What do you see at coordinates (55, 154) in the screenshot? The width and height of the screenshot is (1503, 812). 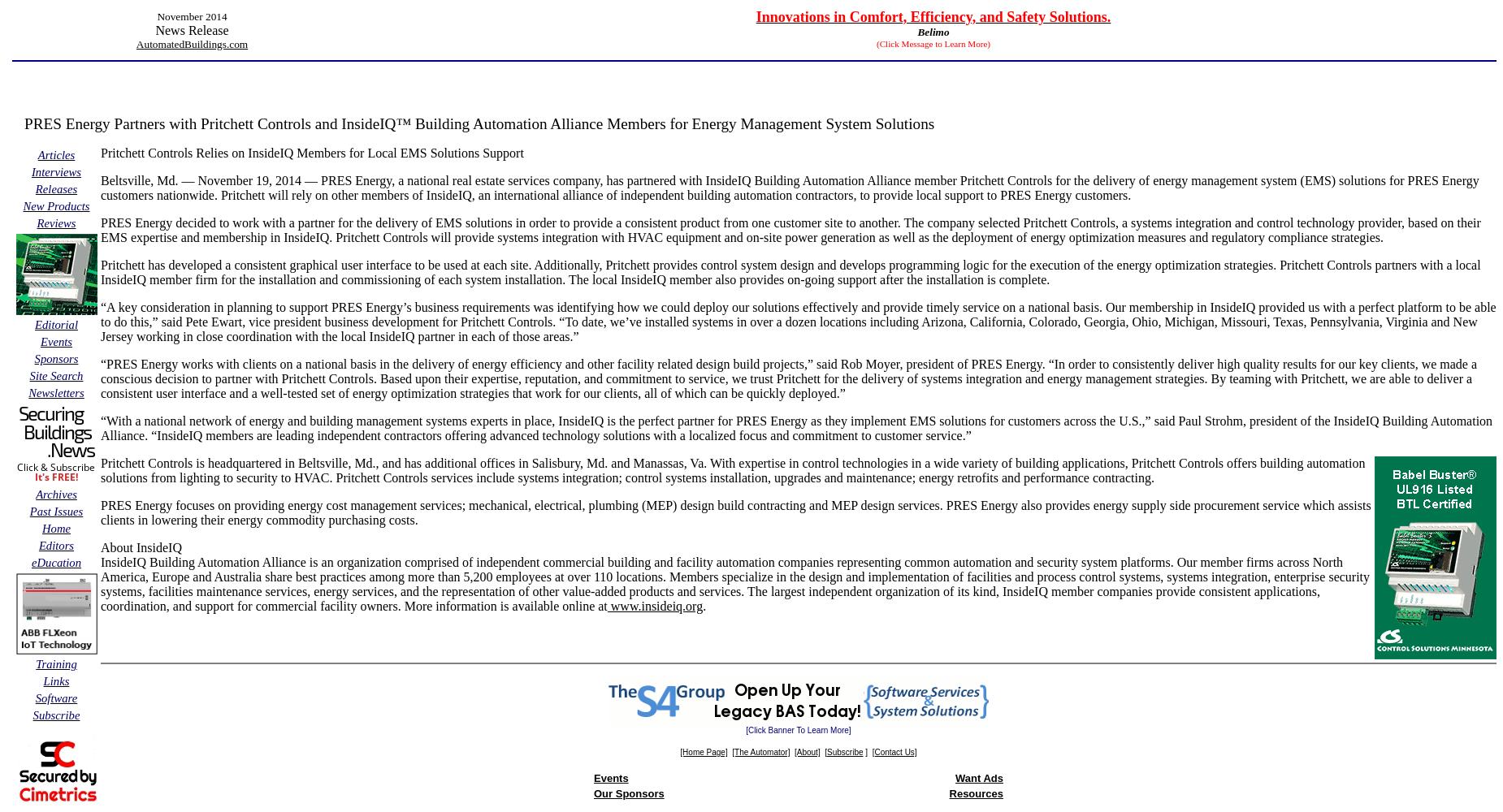 I see `'Articles'` at bounding box center [55, 154].